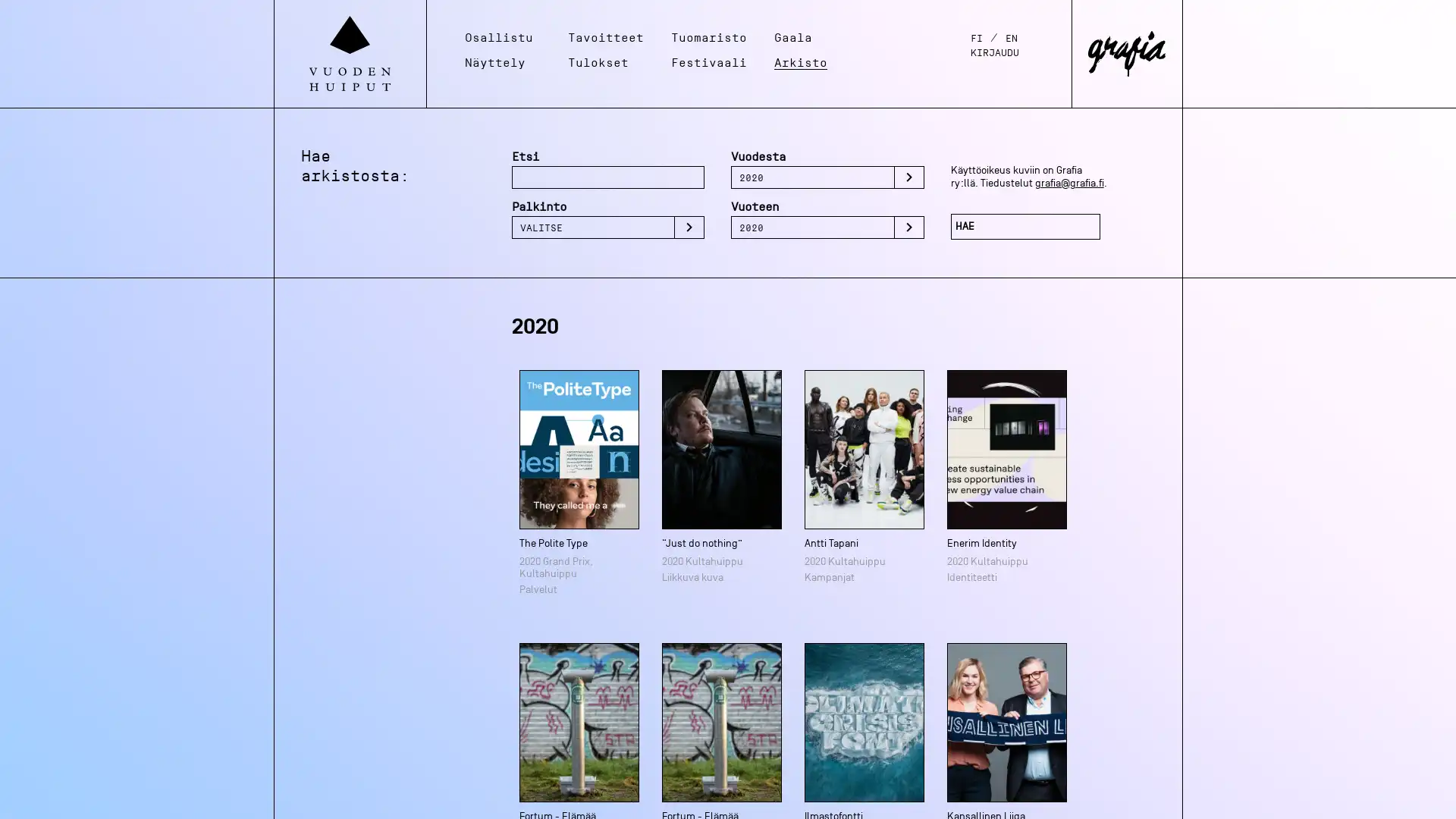 The image size is (1456, 819). I want to click on >, so click(908, 227).